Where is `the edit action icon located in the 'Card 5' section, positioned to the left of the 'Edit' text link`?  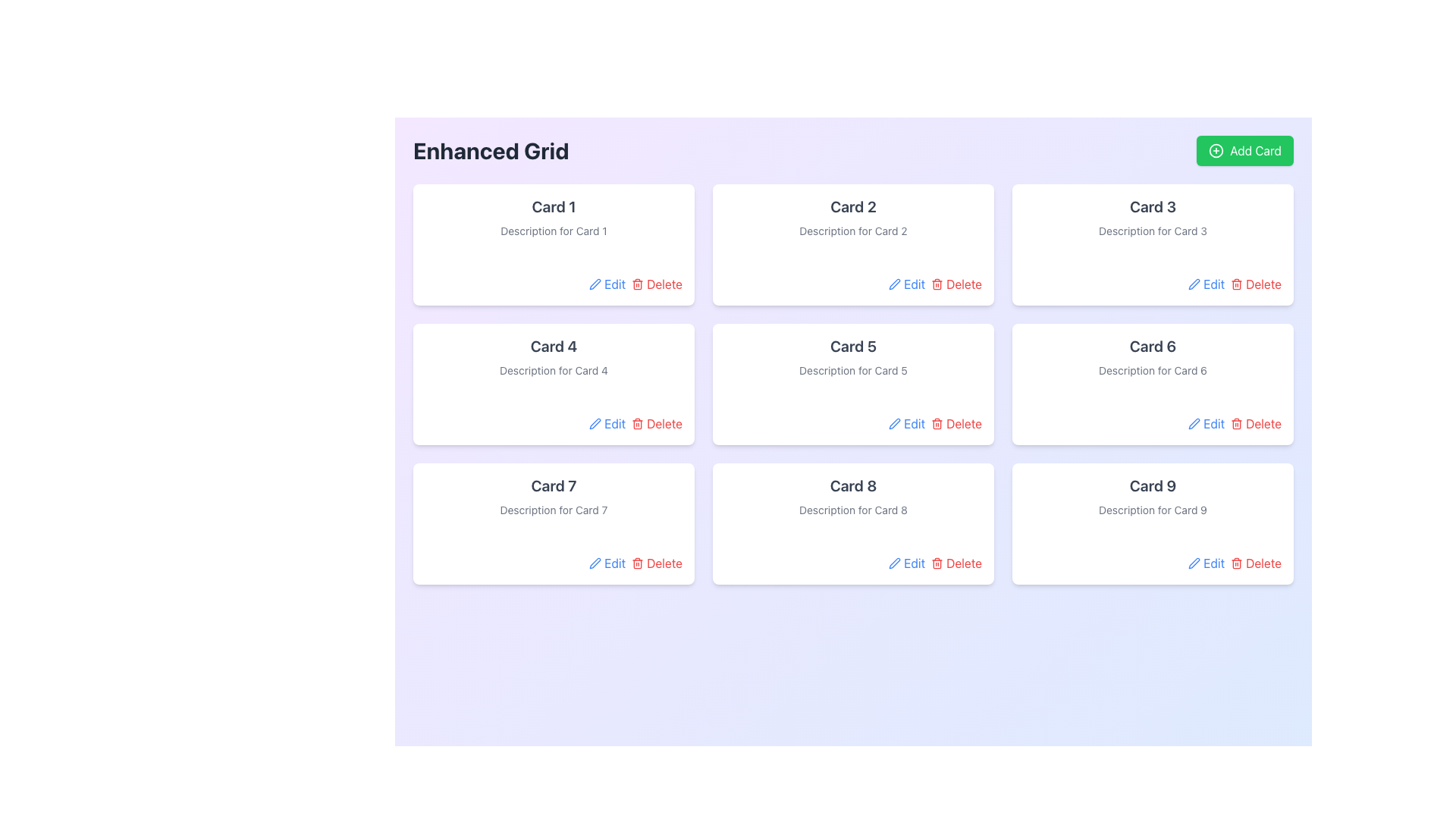 the edit action icon located in the 'Card 5' section, positioned to the left of the 'Edit' text link is located at coordinates (895, 424).